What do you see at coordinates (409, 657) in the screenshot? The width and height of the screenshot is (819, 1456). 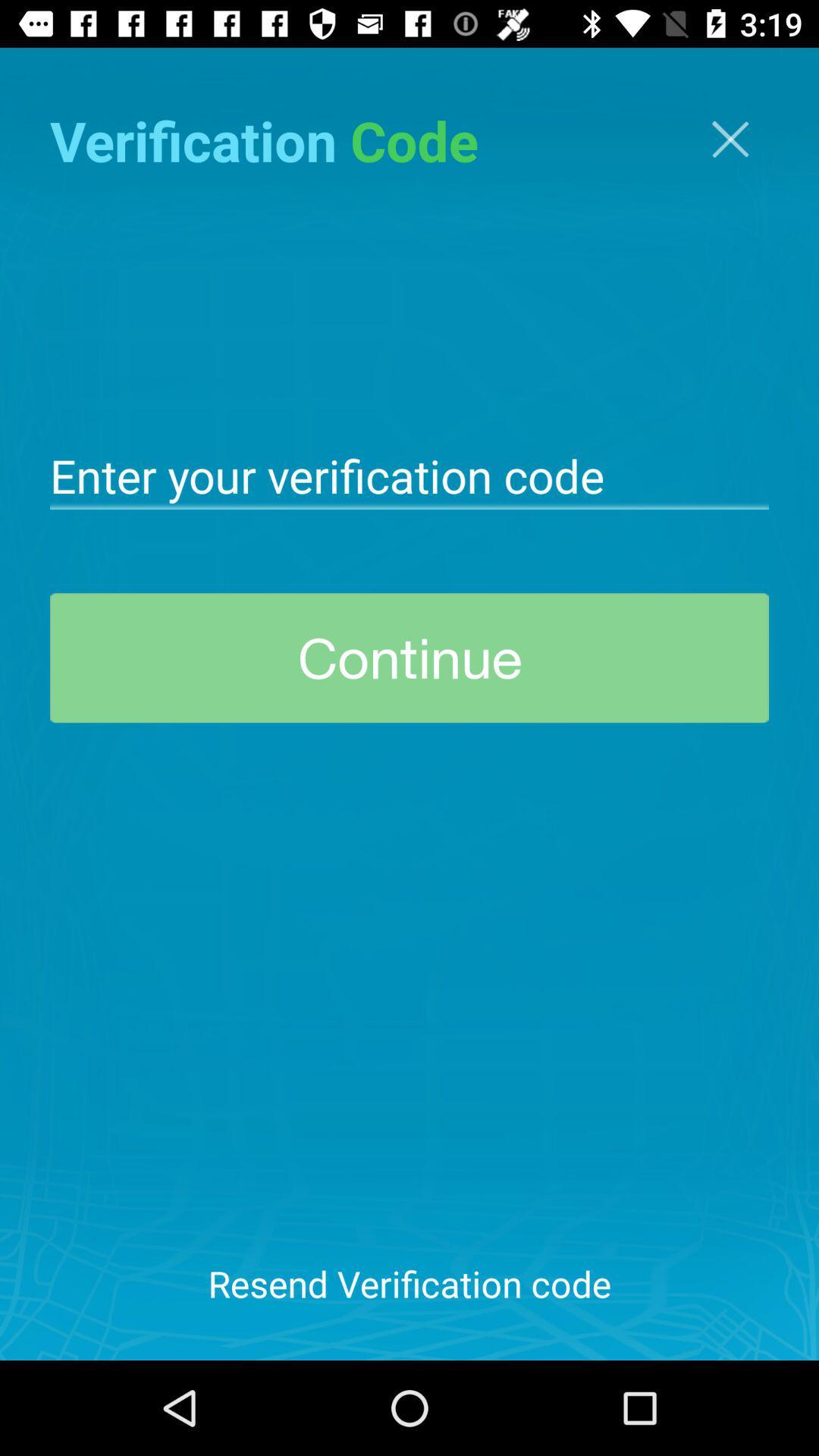 I see `the continue icon` at bounding box center [409, 657].